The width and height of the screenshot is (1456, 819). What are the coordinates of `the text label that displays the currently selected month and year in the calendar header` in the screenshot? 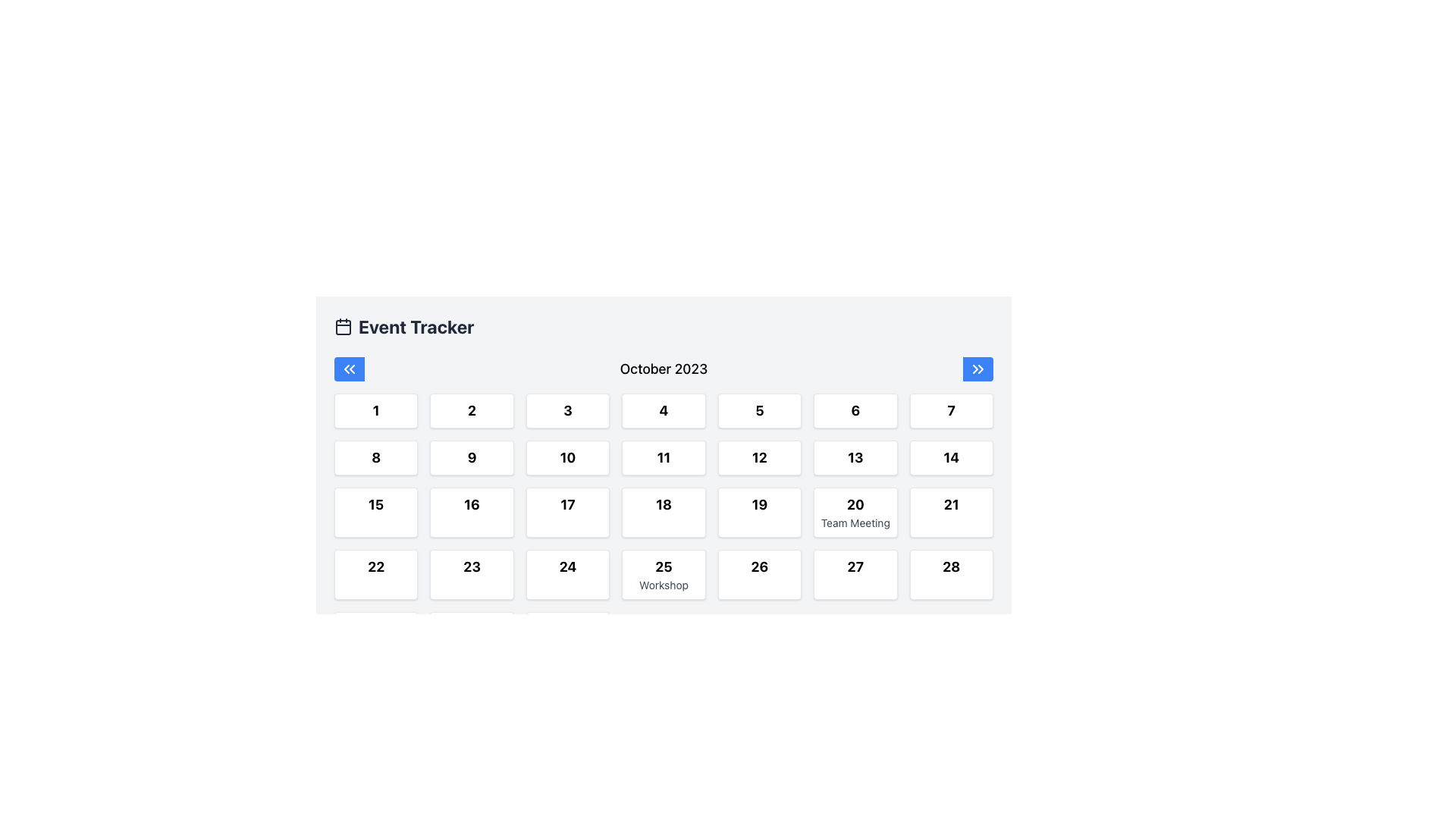 It's located at (664, 369).